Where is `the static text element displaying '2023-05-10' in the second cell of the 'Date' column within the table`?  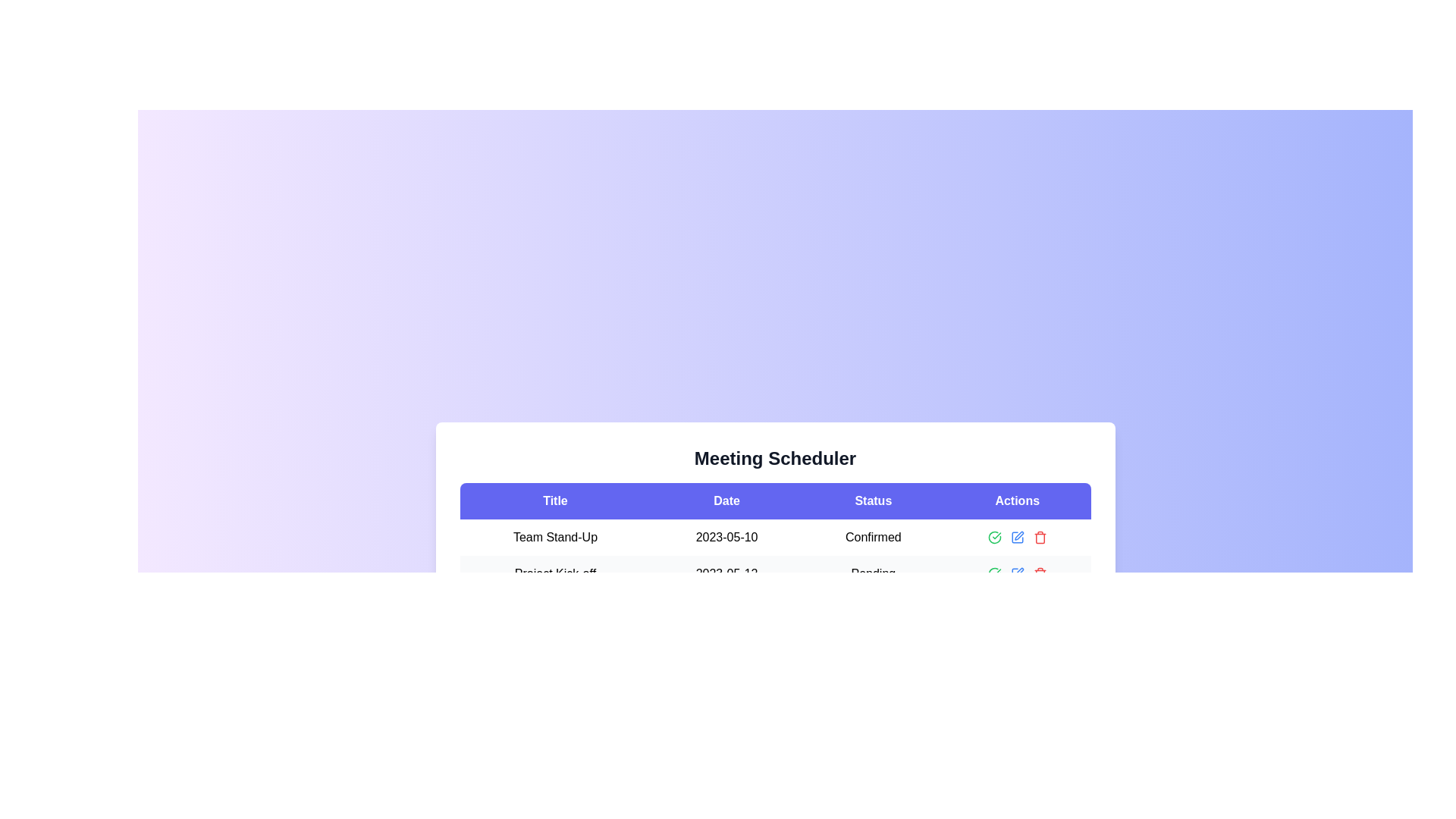 the static text element displaying '2023-05-10' in the second cell of the 'Date' column within the table is located at coordinates (726, 537).